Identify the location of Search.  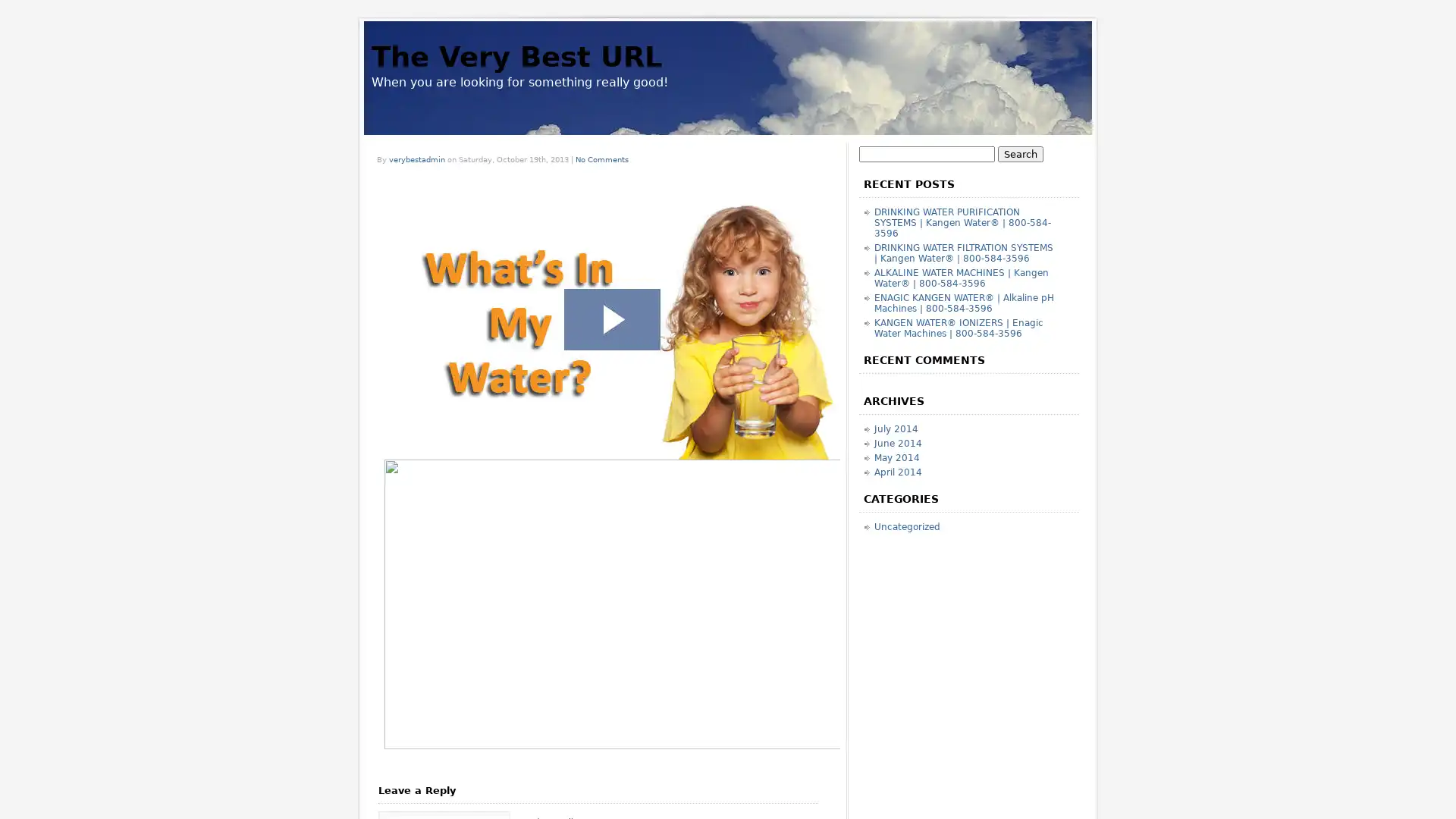
(1020, 154).